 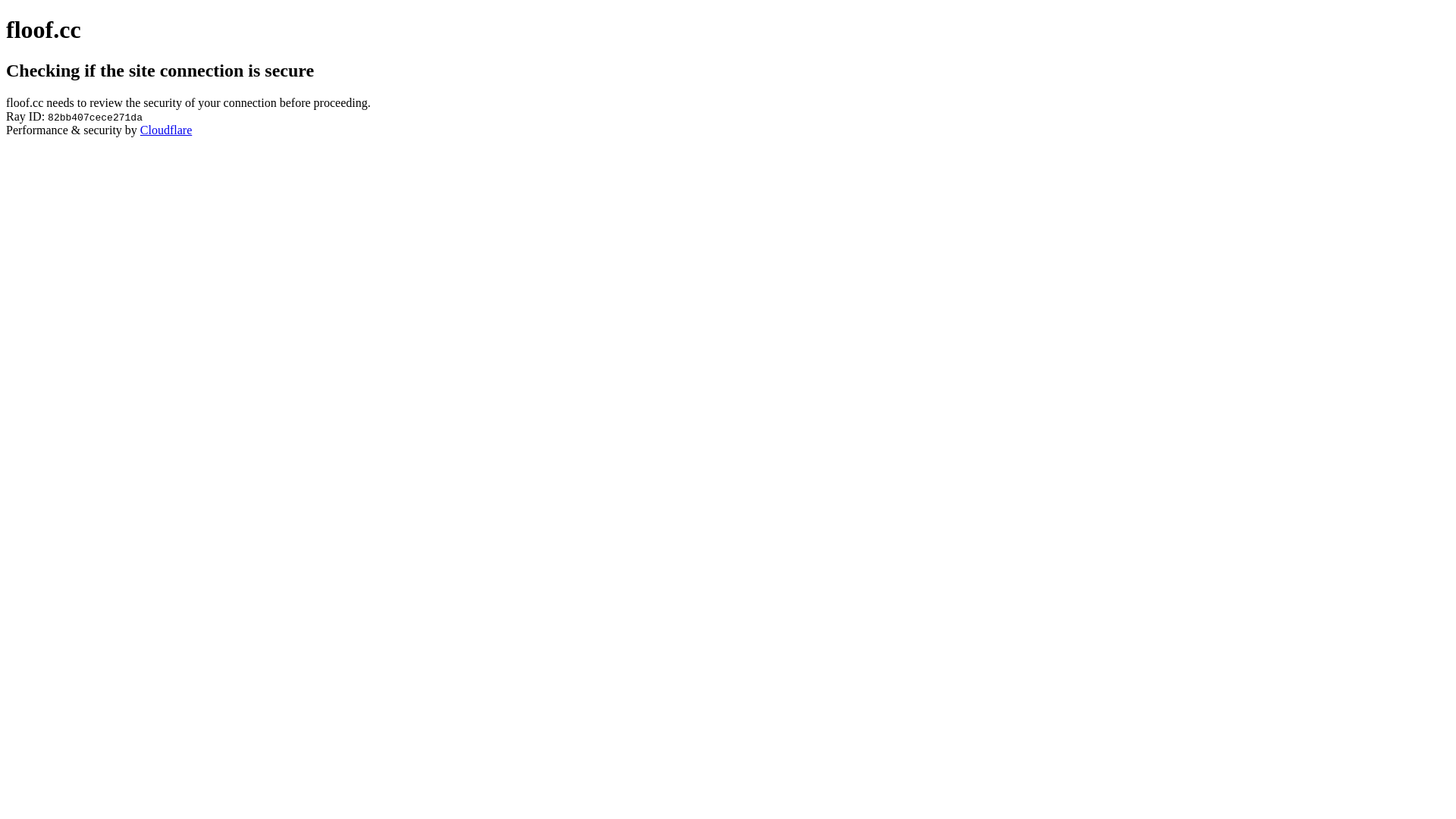 What do you see at coordinates (166, 129) in the screenshot?
I see `'Cloudflare'` at bounding box center [166, 129].